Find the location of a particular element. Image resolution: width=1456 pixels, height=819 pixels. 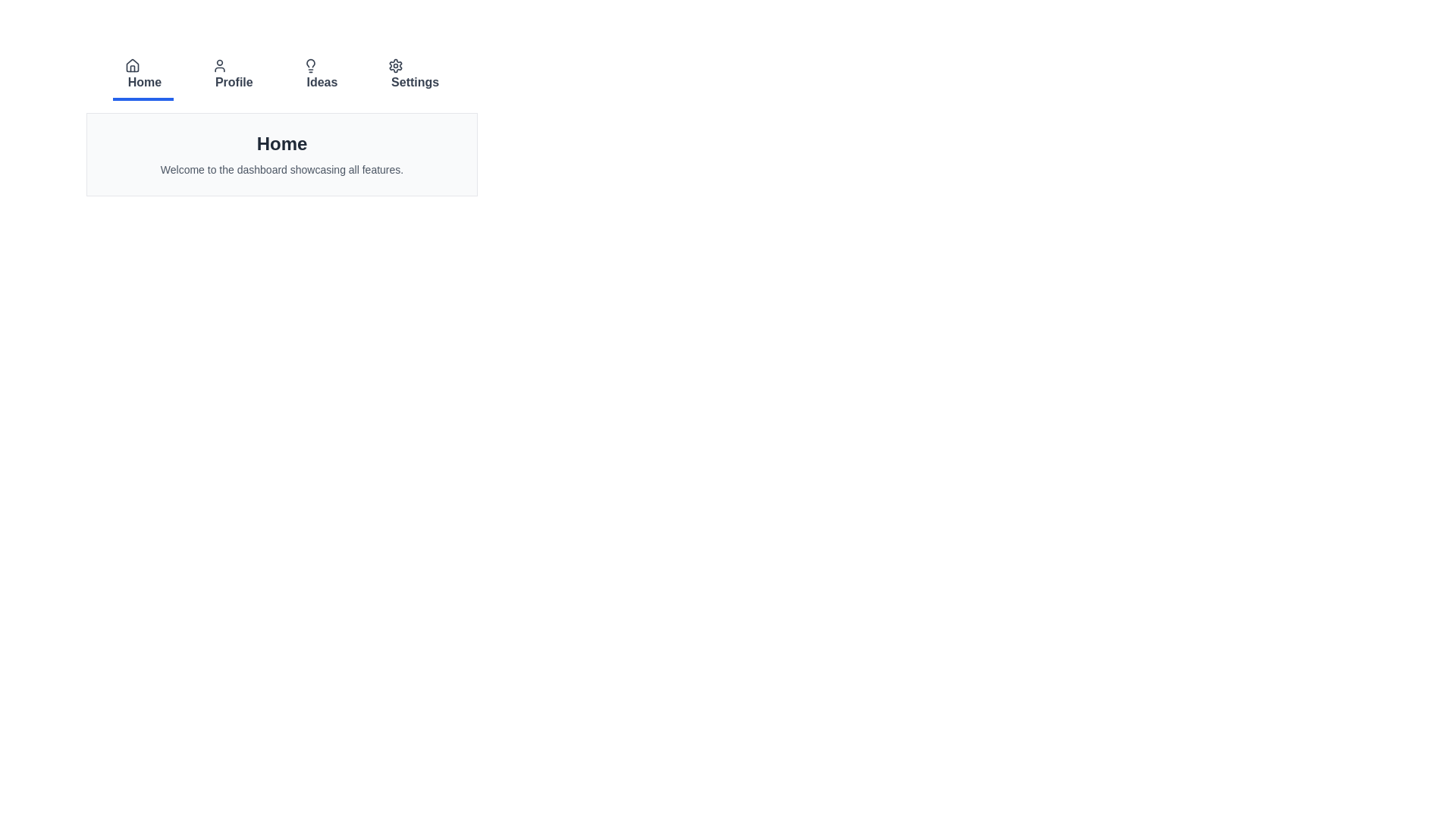

the tab labeled Settings to view its content is located at coordinates (413, 76).